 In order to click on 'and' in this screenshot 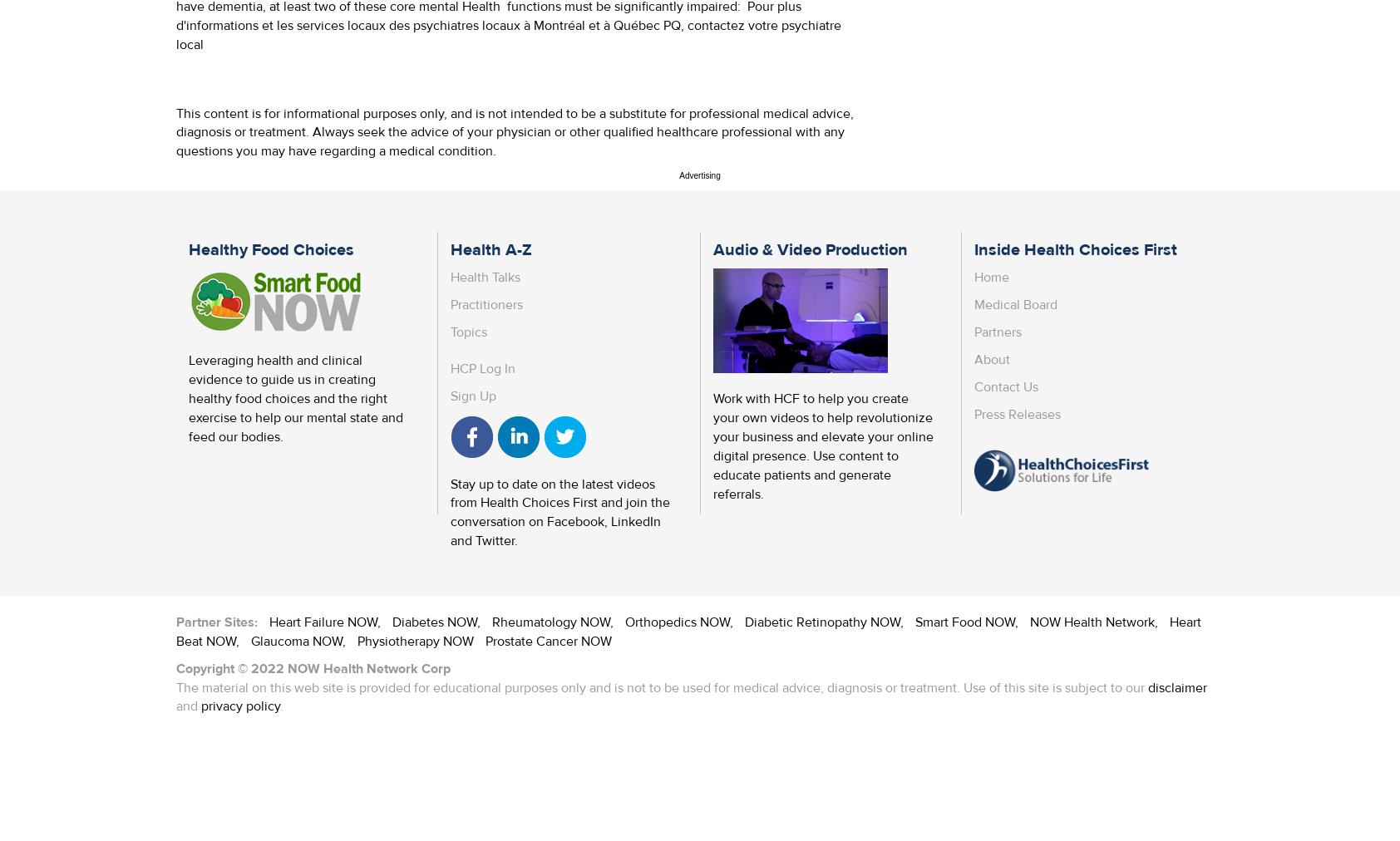, I will do `click(176, 705)`.